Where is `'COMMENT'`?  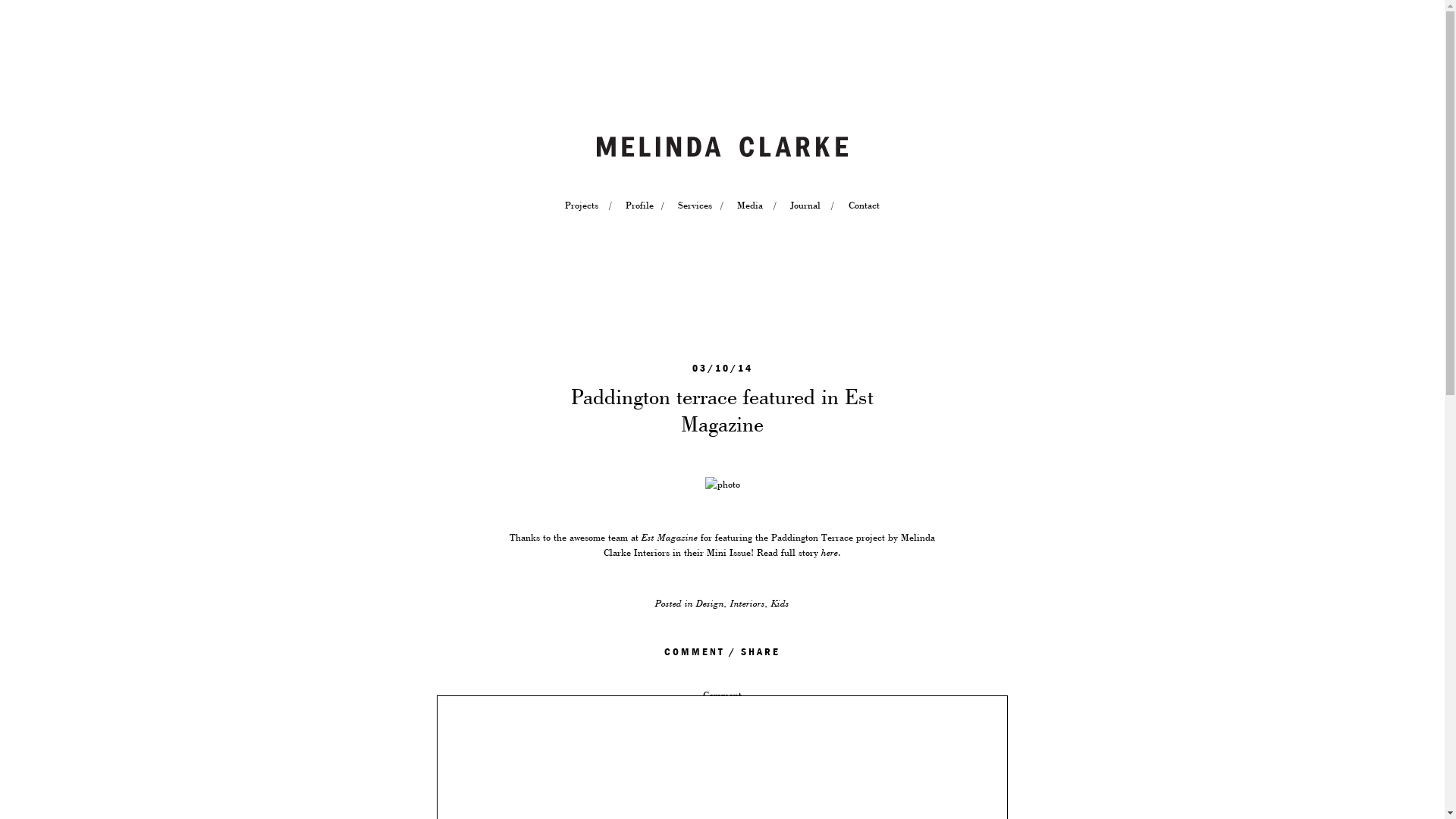
'COMMENT' is located at coordinates (693, 651).